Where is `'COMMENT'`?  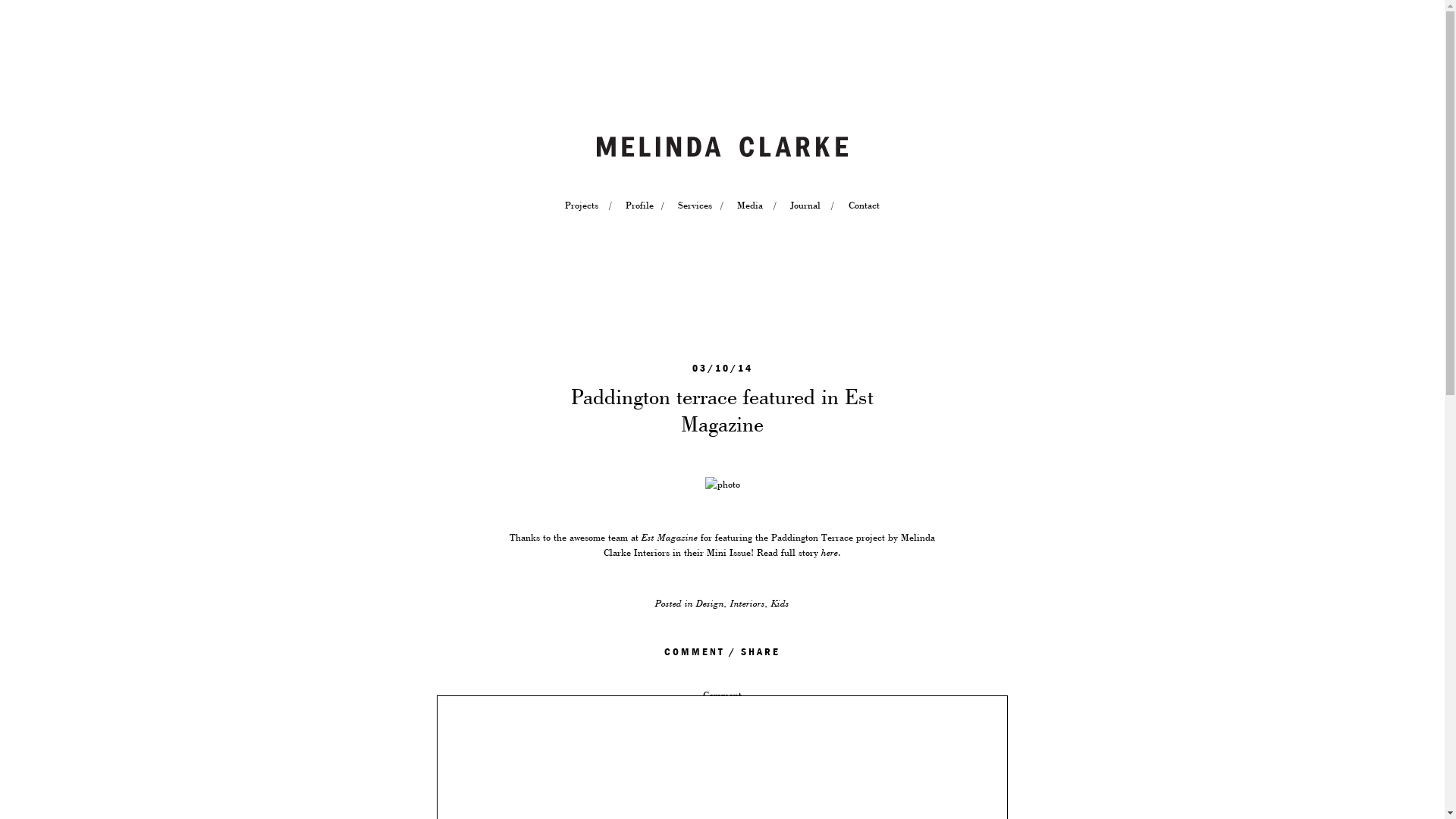
'COMMENT' is located at coordinates (693, 651).